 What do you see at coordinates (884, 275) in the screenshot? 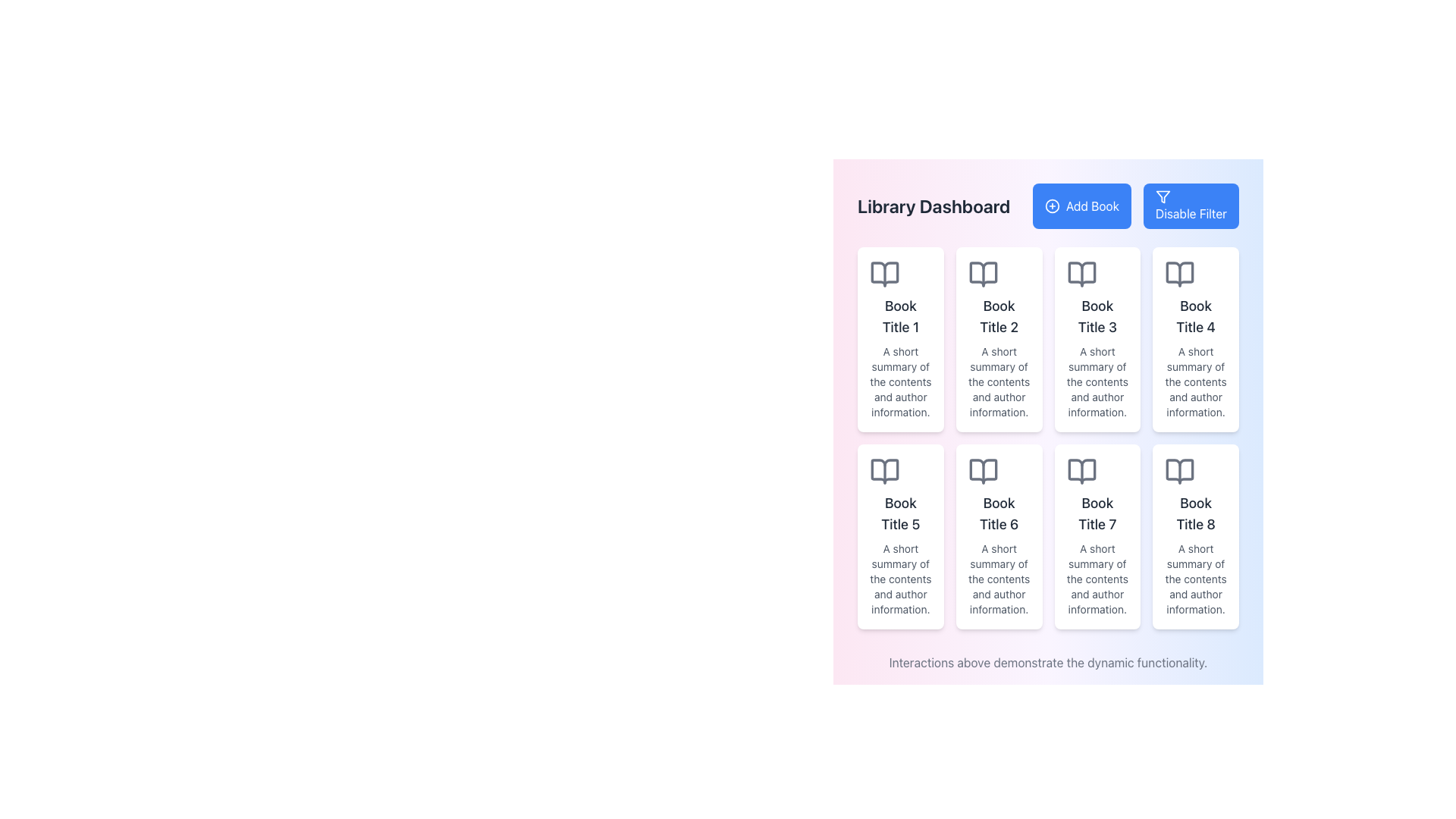
I see `the book icon located in the top section of the card labeled 'Book Title 1', which is positioned in the top-left corner of the library dashboard interface` at bounding box center [884, 275].